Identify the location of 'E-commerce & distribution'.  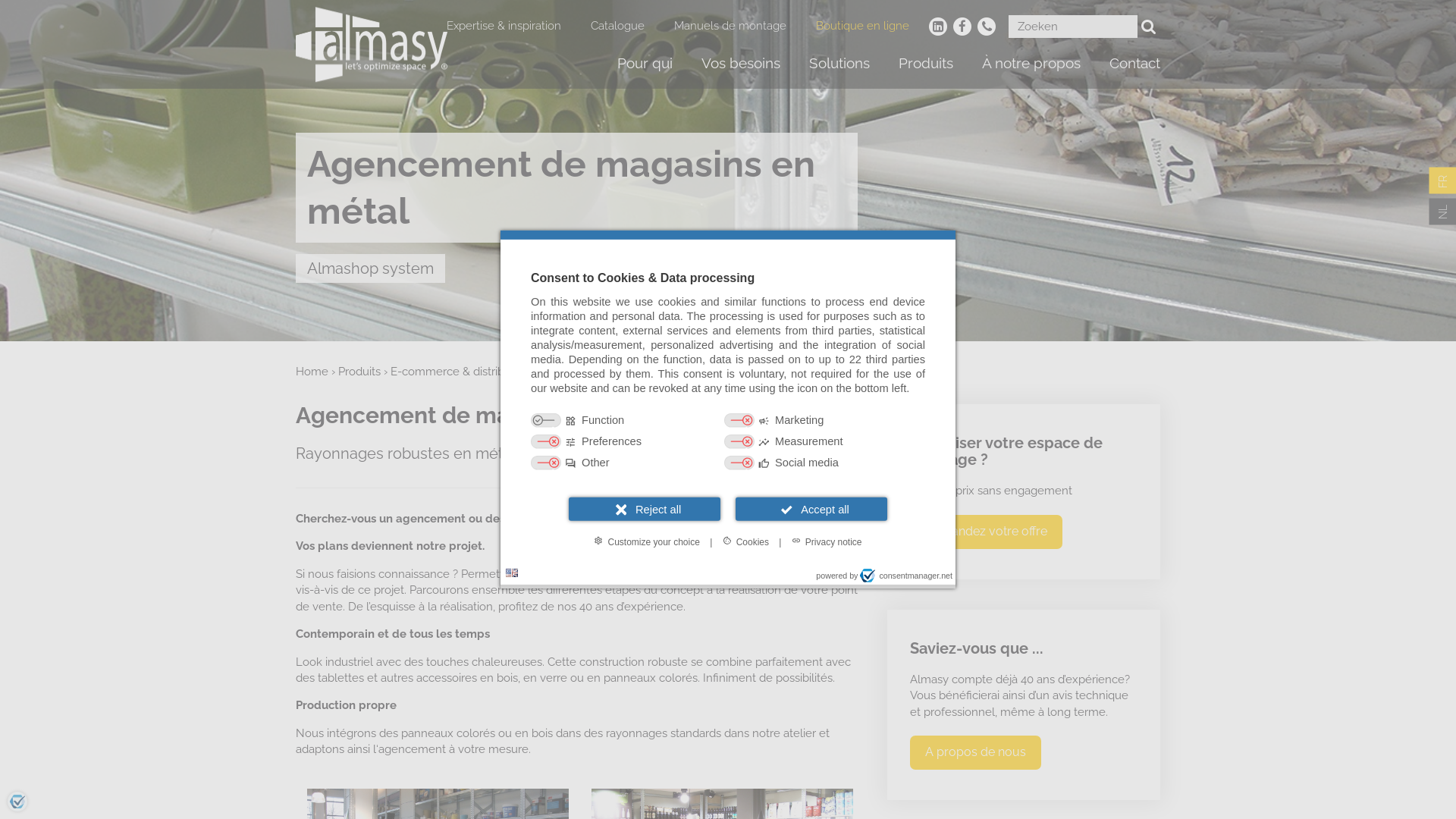
(460, 371).